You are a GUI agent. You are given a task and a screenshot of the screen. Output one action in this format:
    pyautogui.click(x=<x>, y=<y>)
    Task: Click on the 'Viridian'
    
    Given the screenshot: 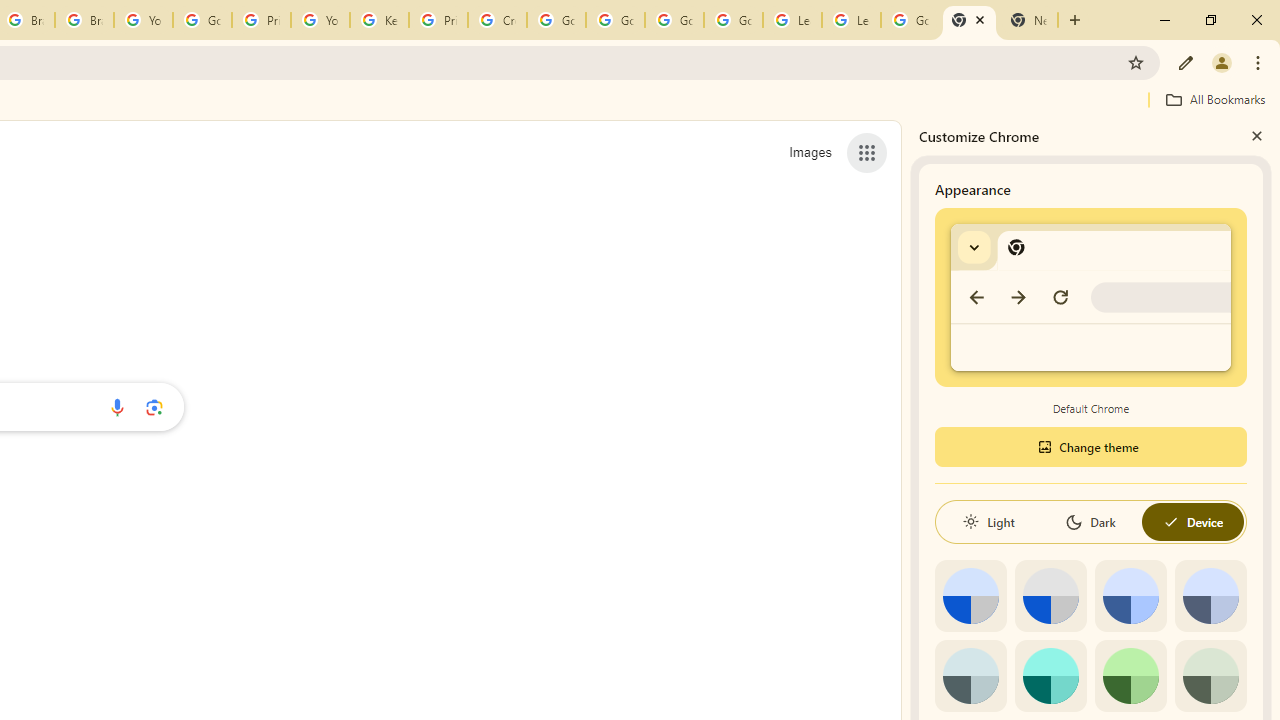 What is the action you would take?
    pyautogui.click(x=1209, y=675)
    